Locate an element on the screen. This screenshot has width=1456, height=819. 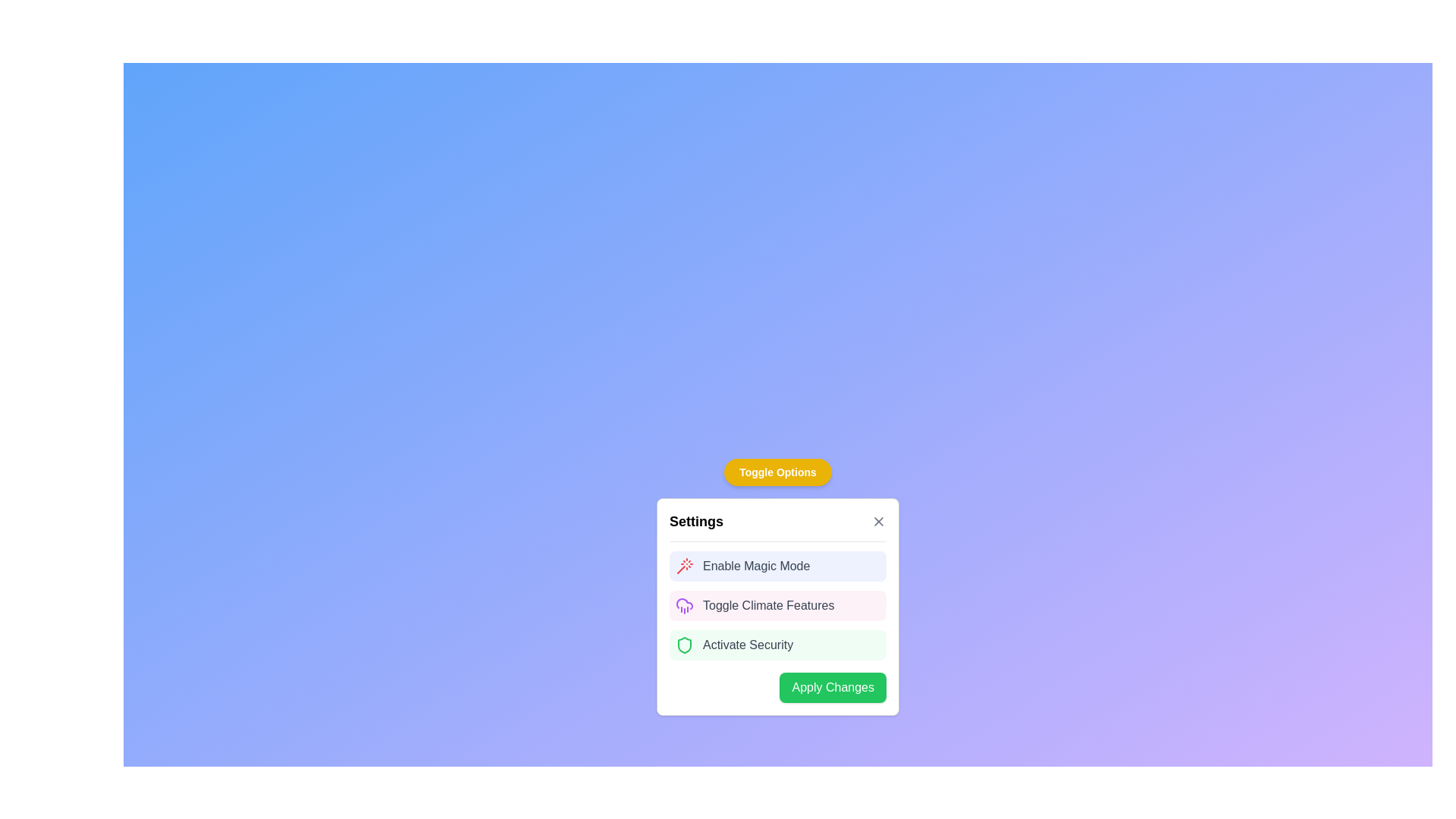
the SVG shield icon with a green stroke that is part of the 'Activate Security' setting option, positioned to the far left within its group is located at coordinates (683, 645).